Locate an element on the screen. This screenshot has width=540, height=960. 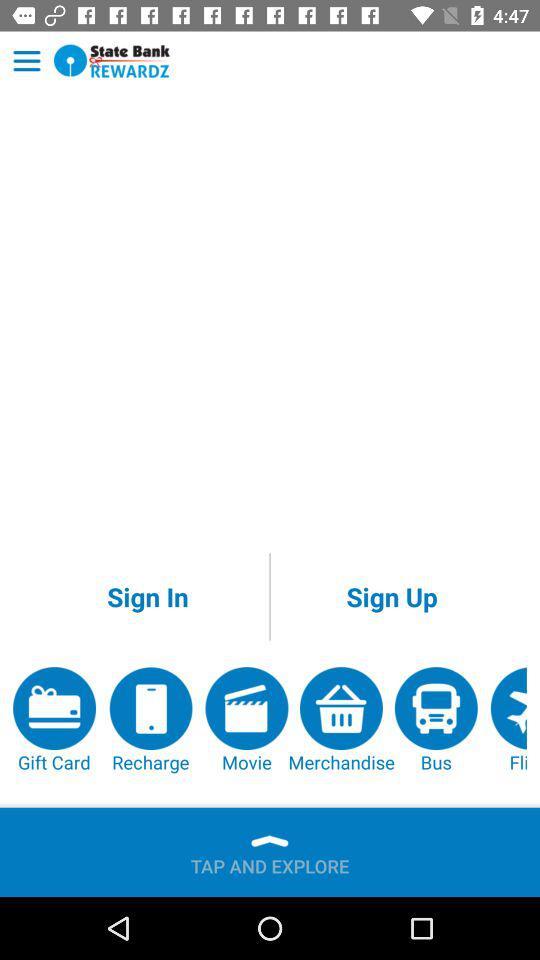
the item next to the merchandise item is located at coordinates (246, 720).